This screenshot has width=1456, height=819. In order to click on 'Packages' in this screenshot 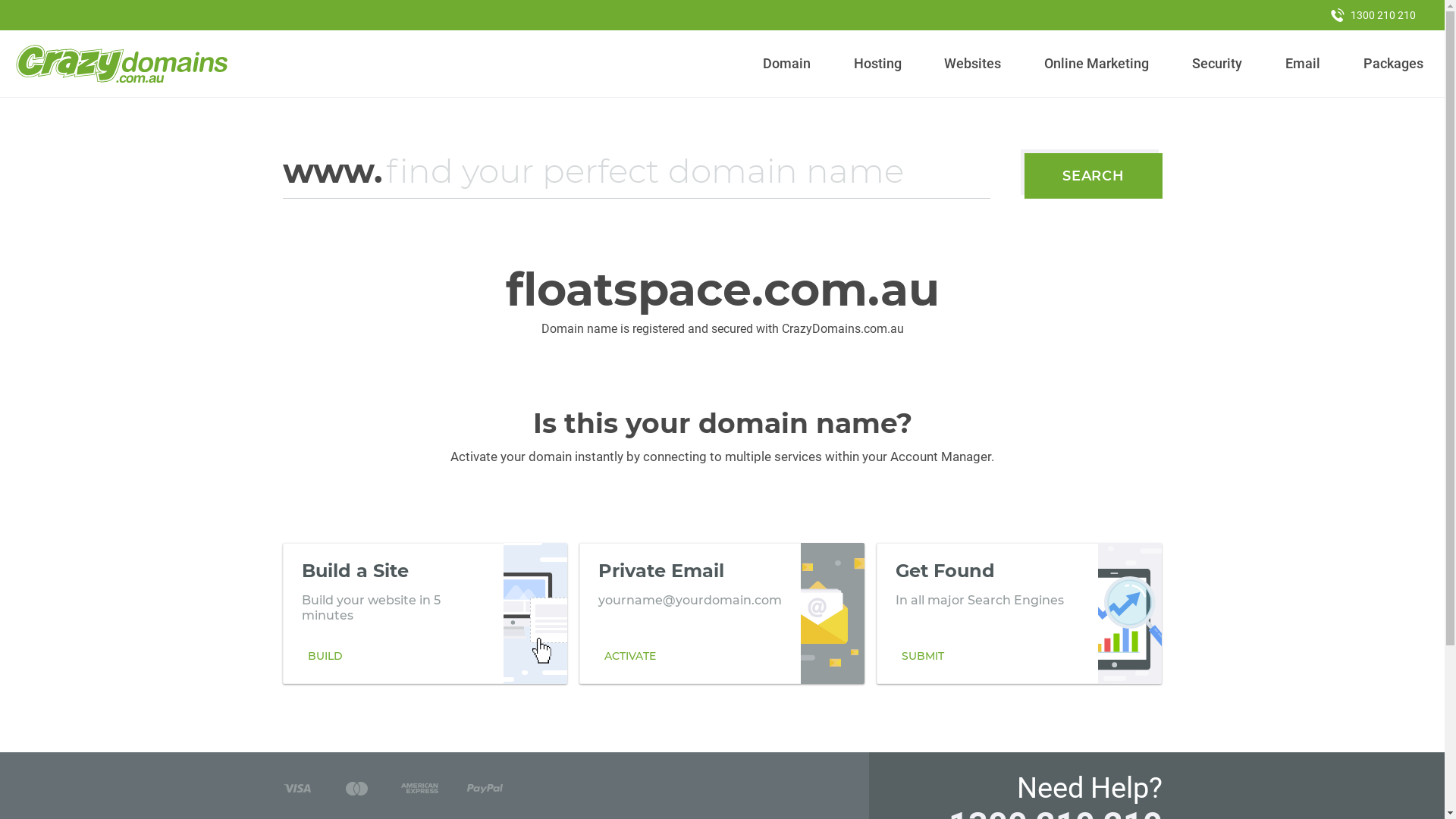, I will do `click(1393, 63)`.